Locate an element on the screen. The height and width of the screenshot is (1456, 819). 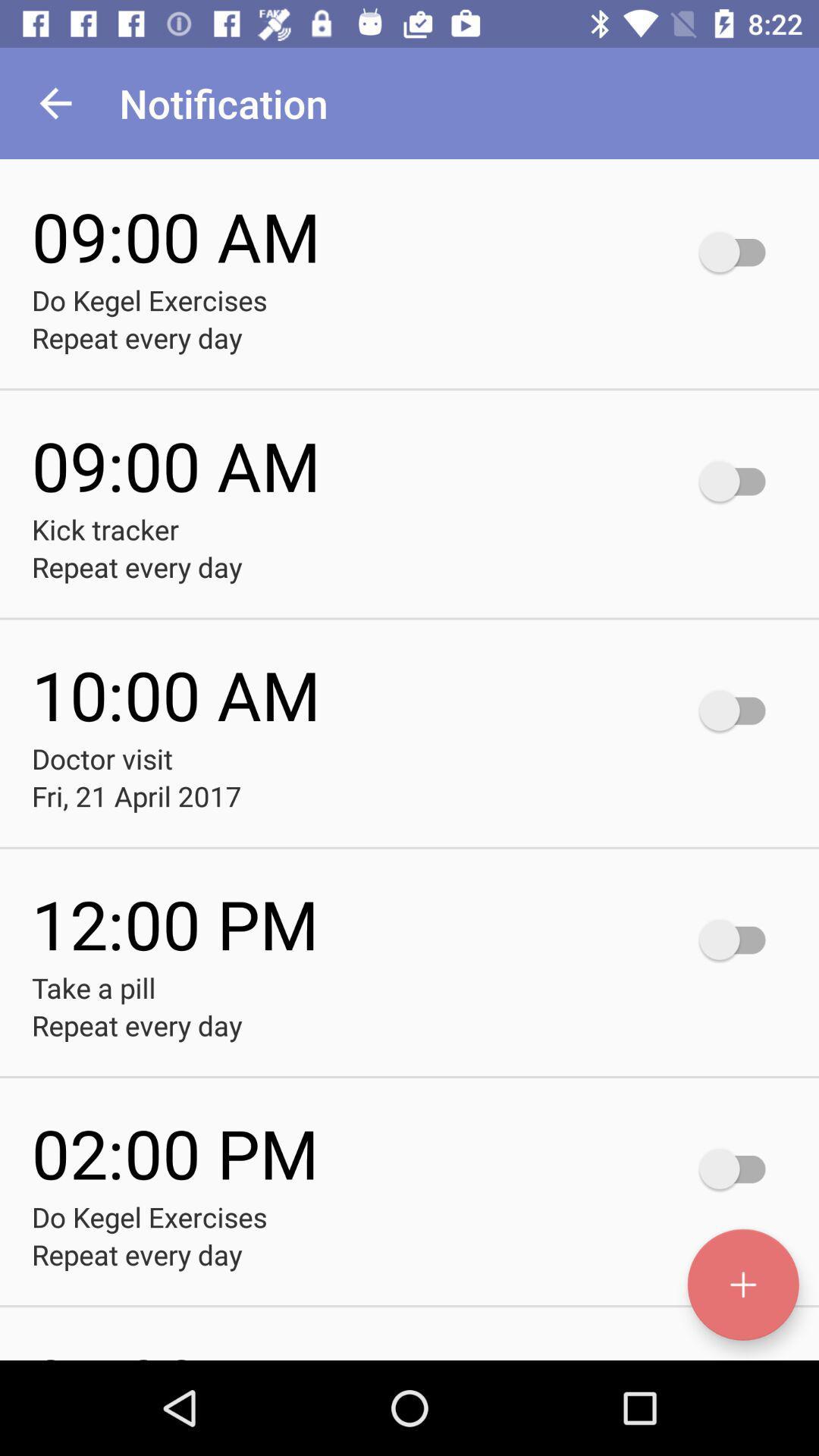
the add icon is located at coordinates (742, 1284).